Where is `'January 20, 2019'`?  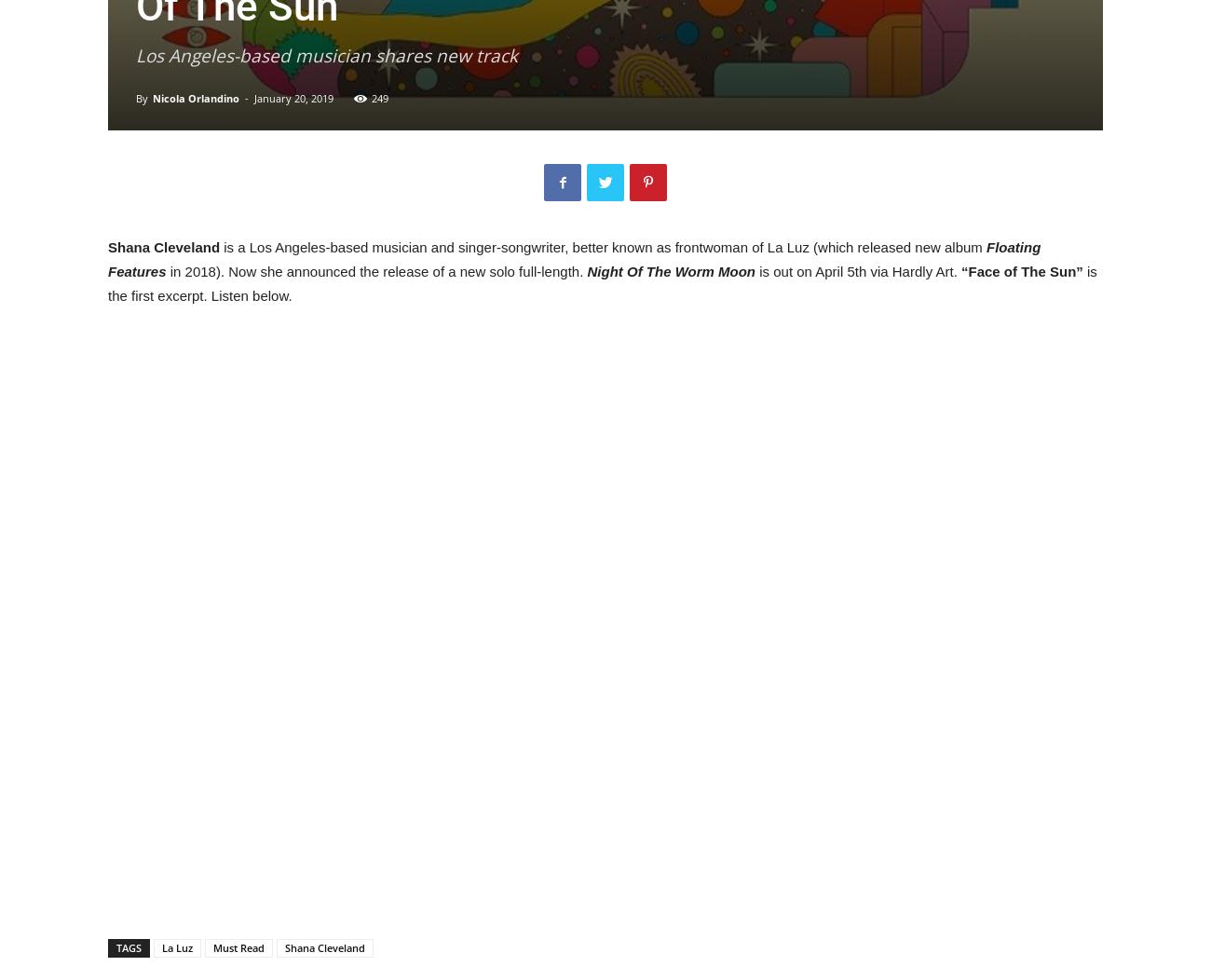 'January 20, 2019' is located at coordinates (254, 98).